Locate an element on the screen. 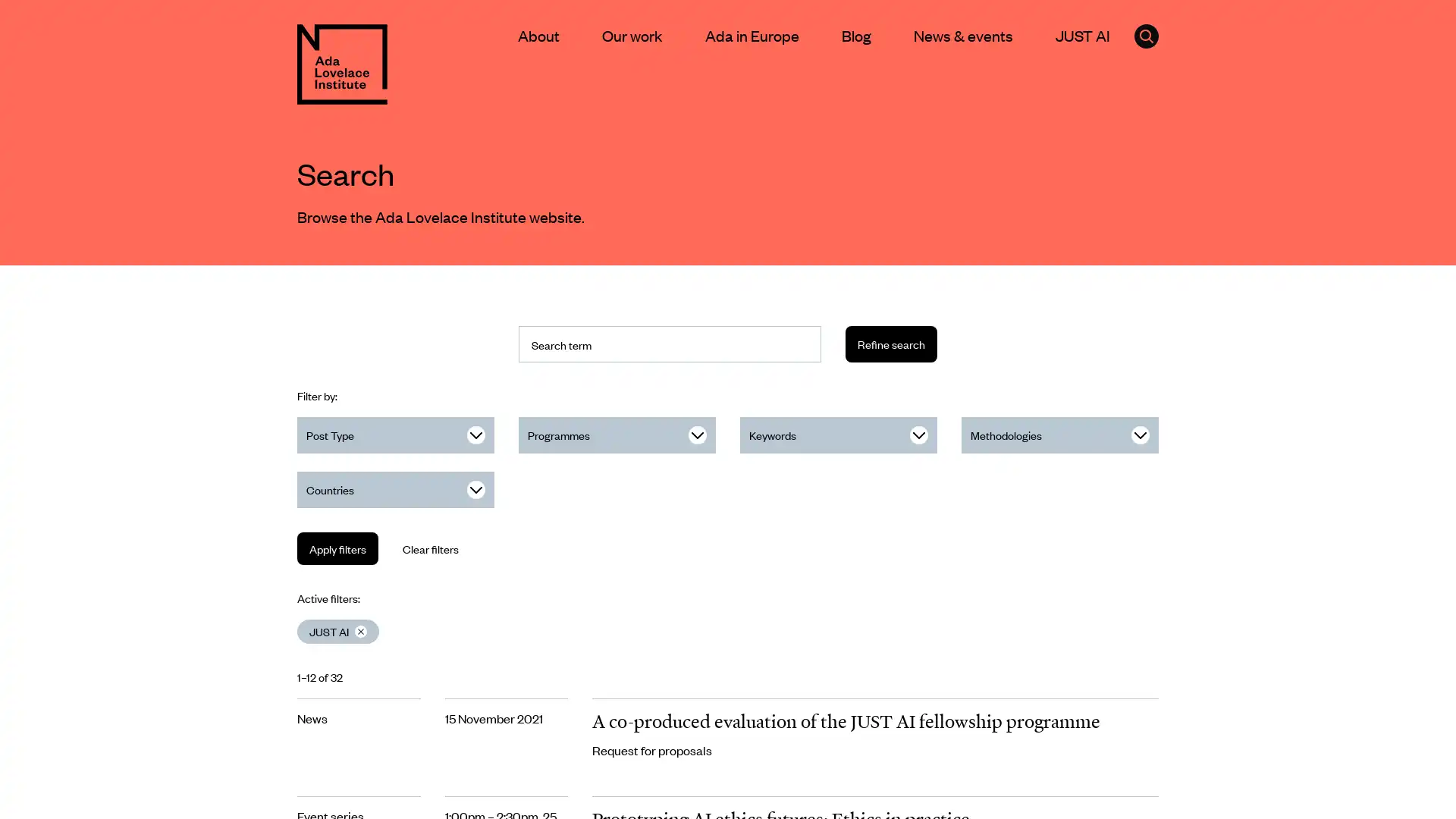  Refine search is located at coordinates (891, 344).